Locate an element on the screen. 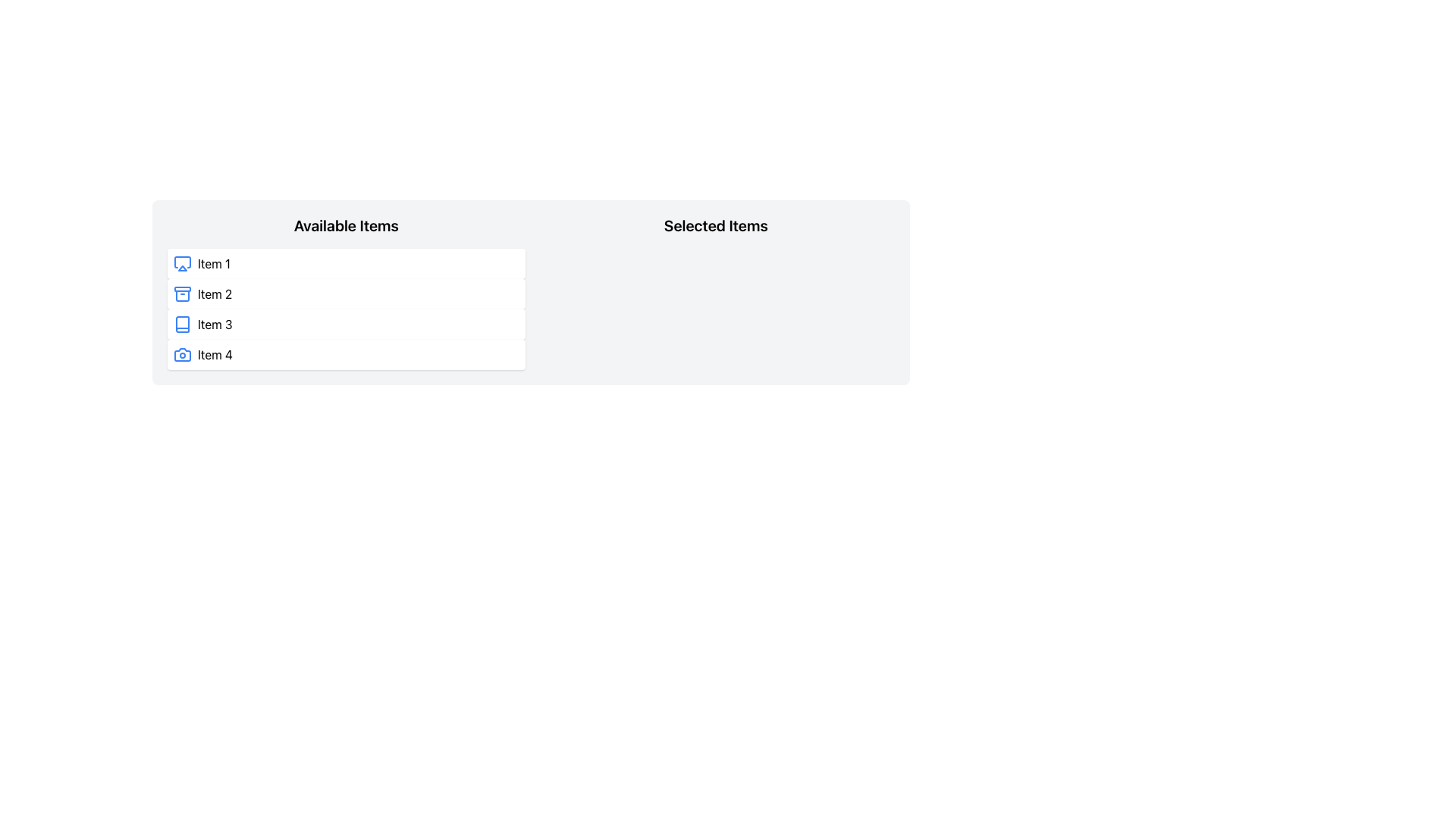 The image size is (1456, 819). the lid icon of 'Item 2' located in the 'Available Items' section, which is represented by a horizontal rectangle near the top of the box-like icon is located at coordinates (182, 289).